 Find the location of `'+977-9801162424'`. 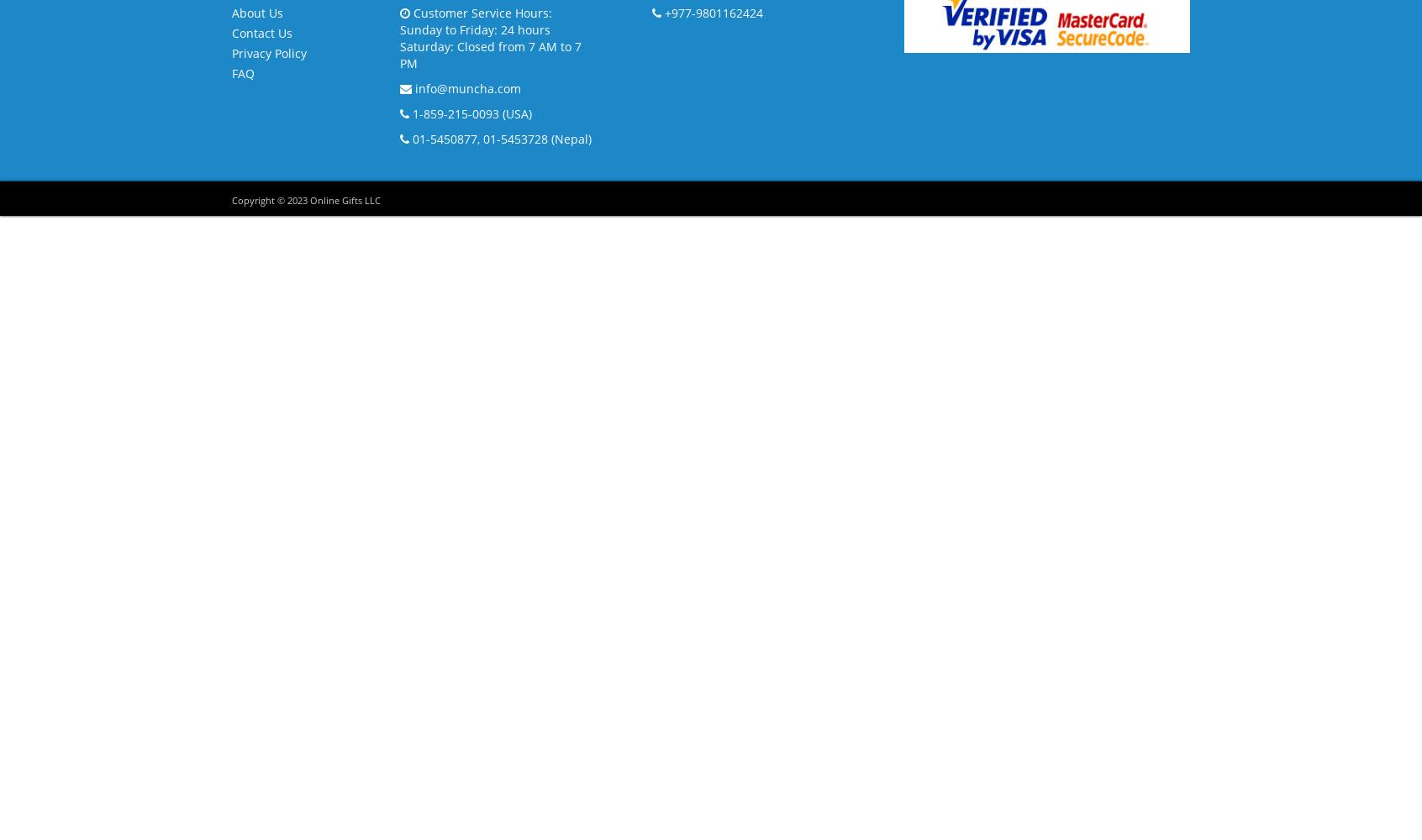

'+977-9801162424' is located at coordinates (661, 12).